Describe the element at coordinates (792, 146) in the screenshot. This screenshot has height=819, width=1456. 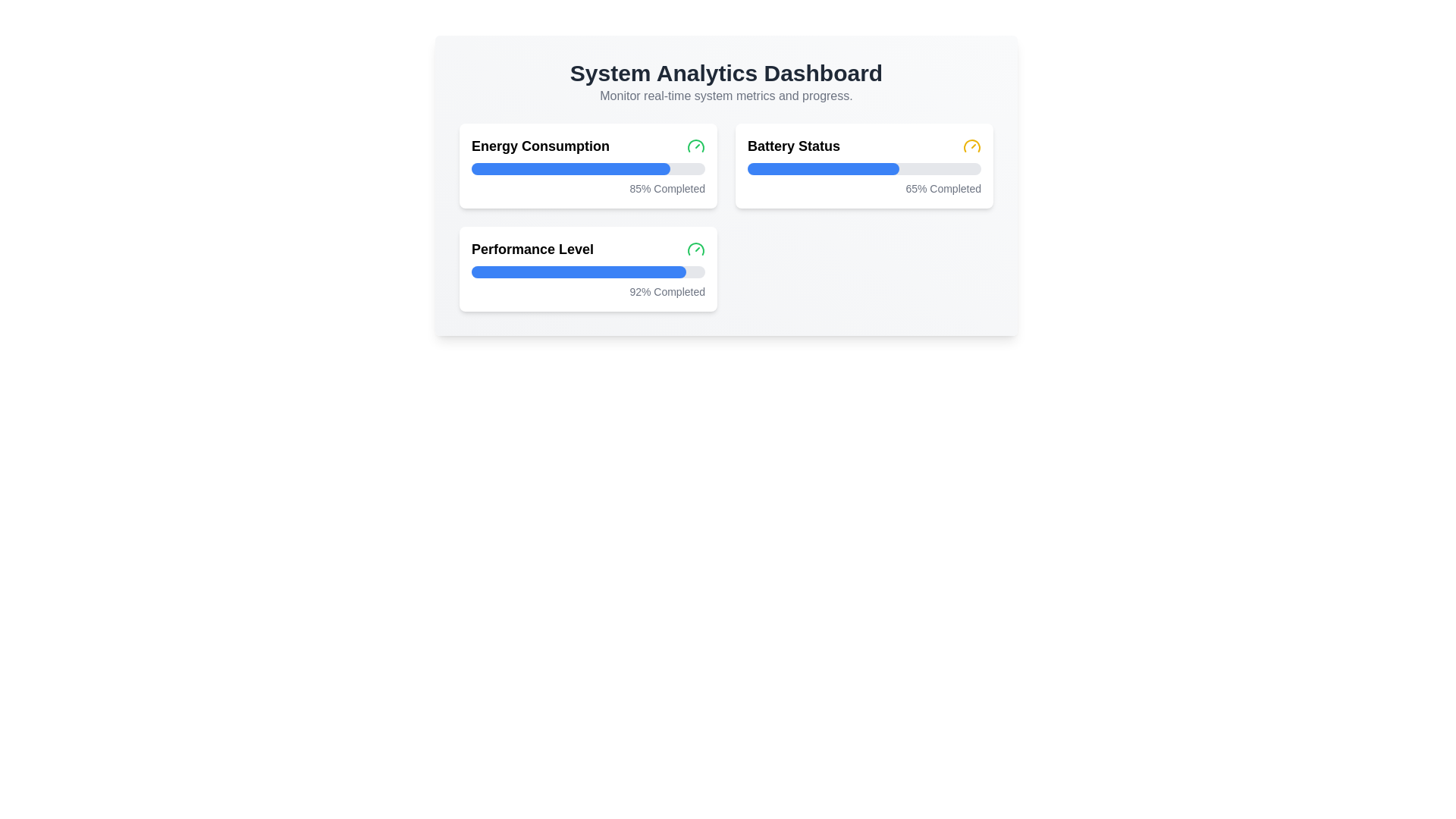
I see `'Battery Status' label, which is a black text displayed in bold, medium-large font, located in the top-right card of the dashboard's grid layout, slightly left of the card's center and above the progress bar` at that location.